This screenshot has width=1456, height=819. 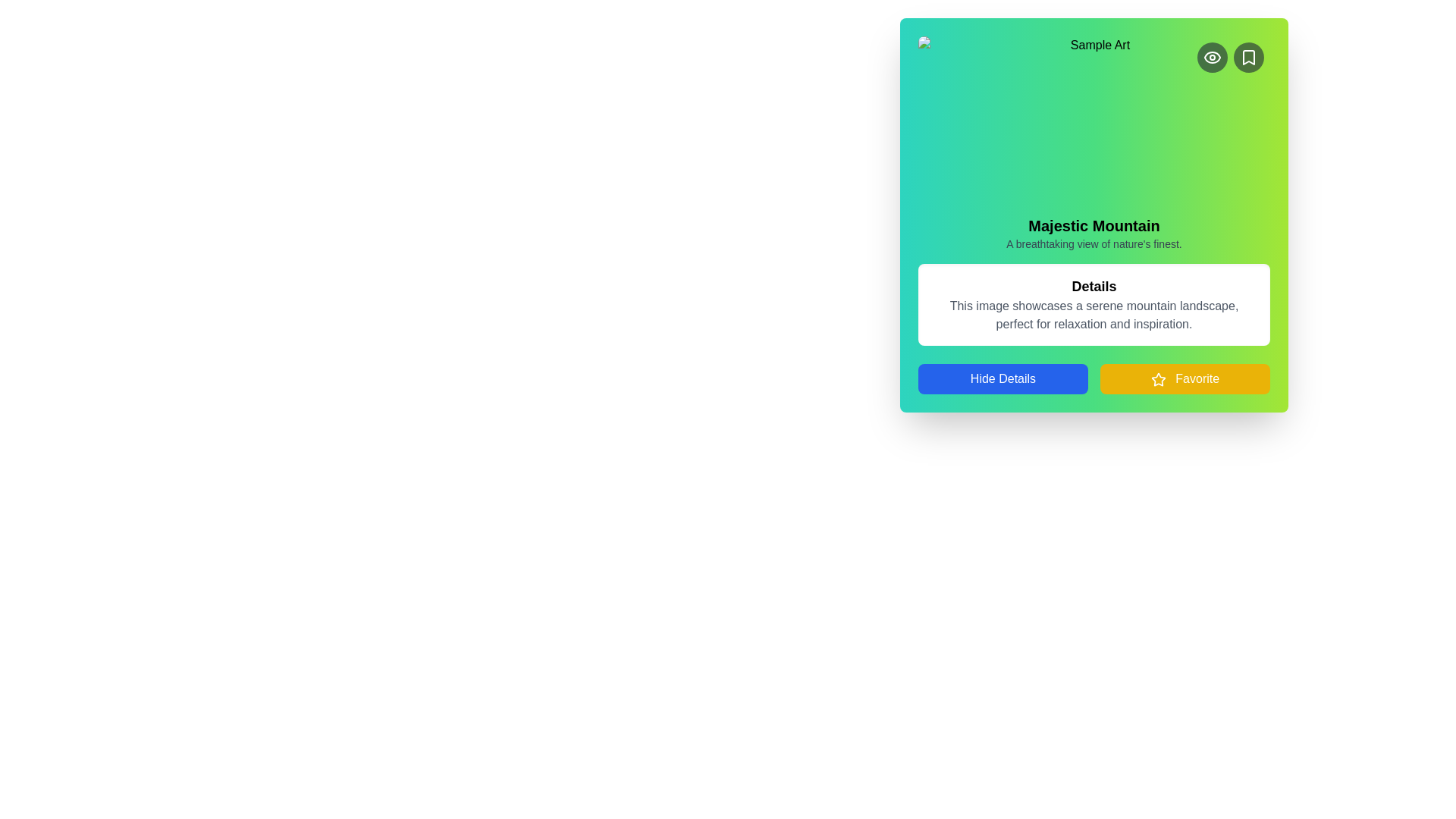 I want to click on the star icon that is positioned before the 'Favorite' text, which serves as a visual cue for its associated action, so click(x=1157, y=378).